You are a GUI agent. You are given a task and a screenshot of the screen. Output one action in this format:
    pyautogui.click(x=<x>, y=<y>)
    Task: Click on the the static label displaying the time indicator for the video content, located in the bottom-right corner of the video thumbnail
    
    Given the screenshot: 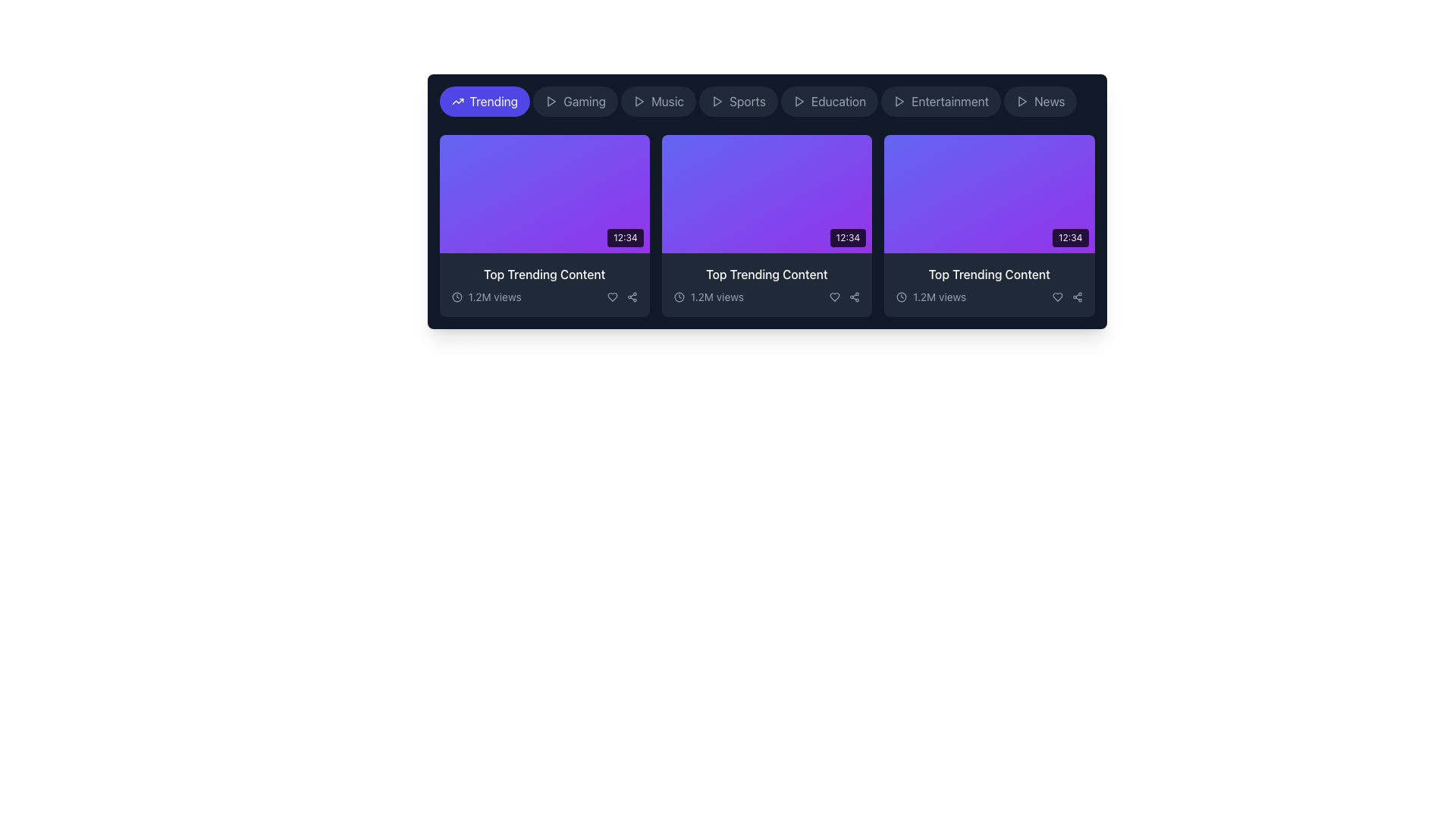 What is the action you would take?
    pyautogui.click(x=1069, y=237)
    